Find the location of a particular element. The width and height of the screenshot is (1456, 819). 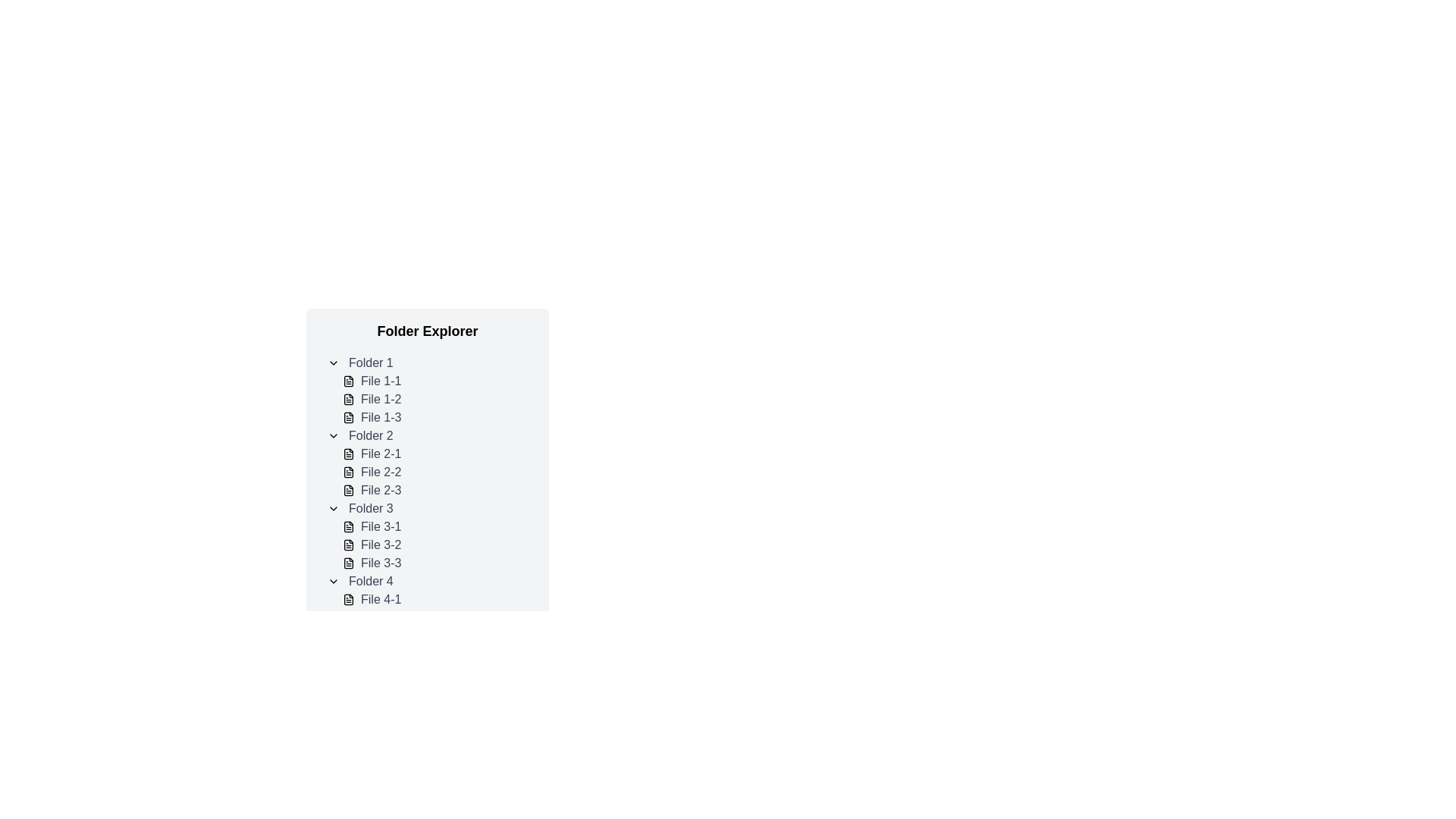

the text label named 'File 4-1' located under the 'Folder 4' section in the folder explorer interface is located at coordinates (381, 598).